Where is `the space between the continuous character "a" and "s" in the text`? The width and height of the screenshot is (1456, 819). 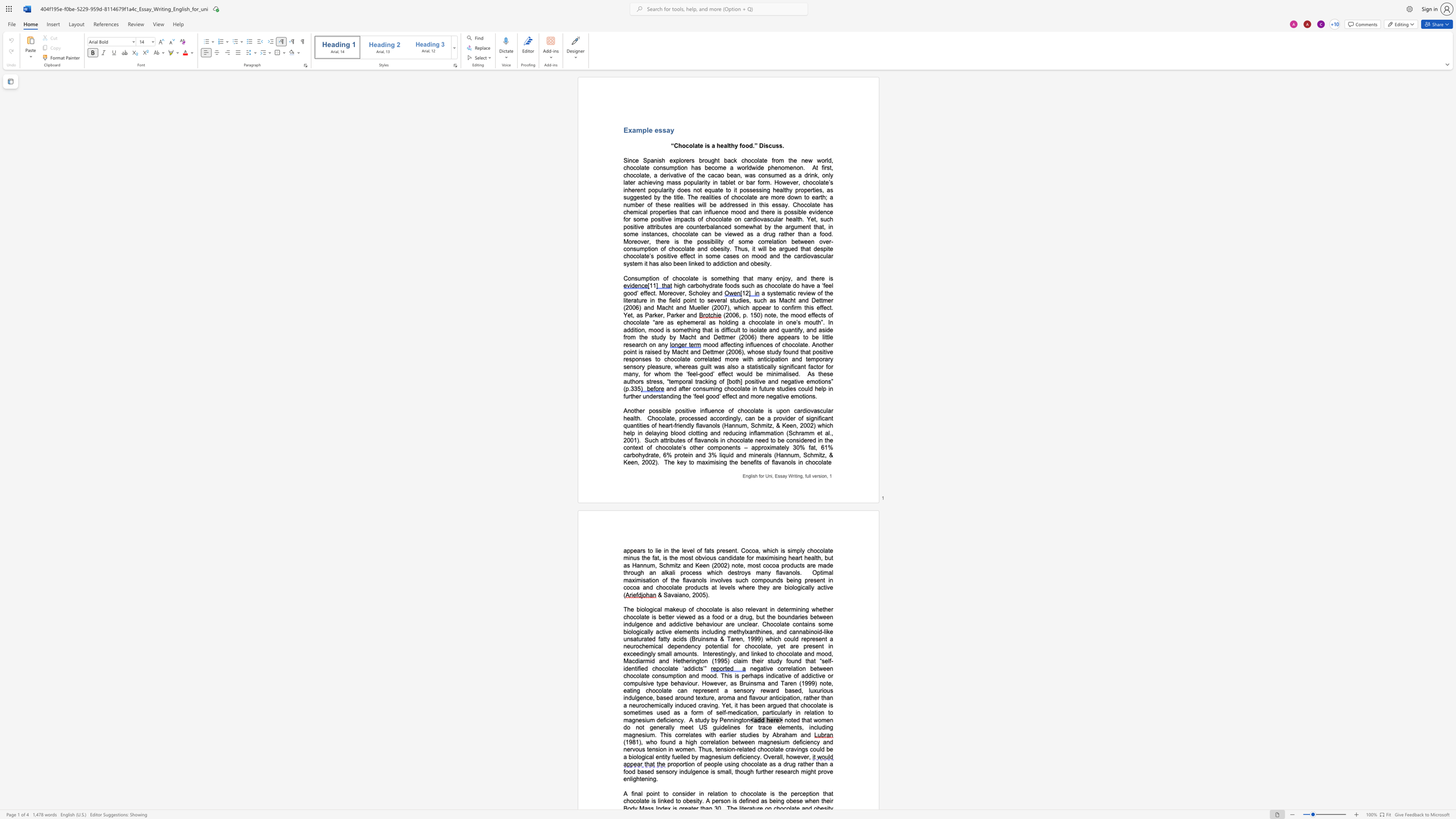 the space between the continuous character "a" and "s" in the text is located at coordinates (766, 219).